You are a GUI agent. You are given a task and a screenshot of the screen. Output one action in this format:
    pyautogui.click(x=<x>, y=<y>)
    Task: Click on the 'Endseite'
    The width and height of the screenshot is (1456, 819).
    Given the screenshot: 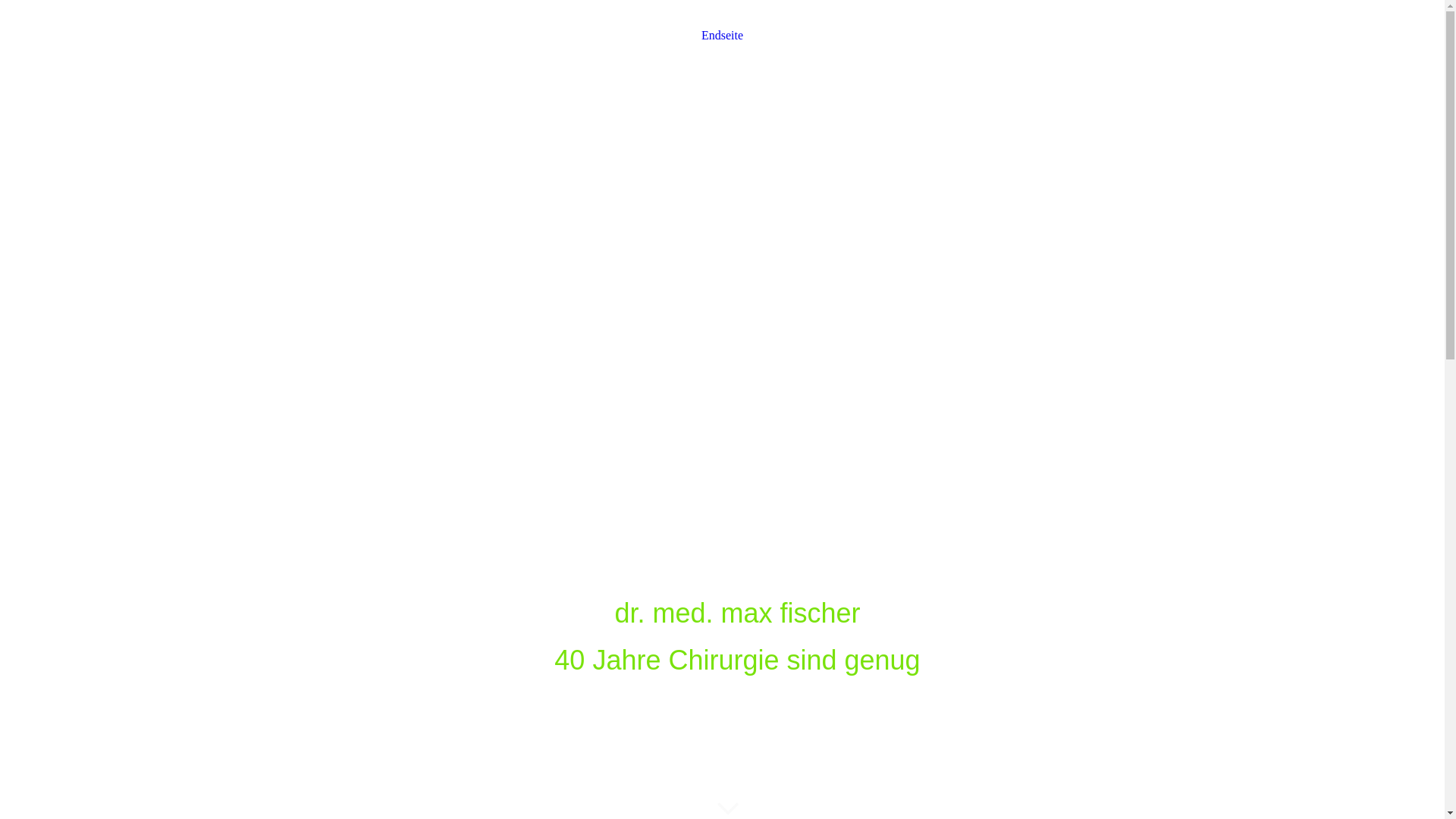 What is the action you would take?
    pyautogui.click(x=721, y=38)
    